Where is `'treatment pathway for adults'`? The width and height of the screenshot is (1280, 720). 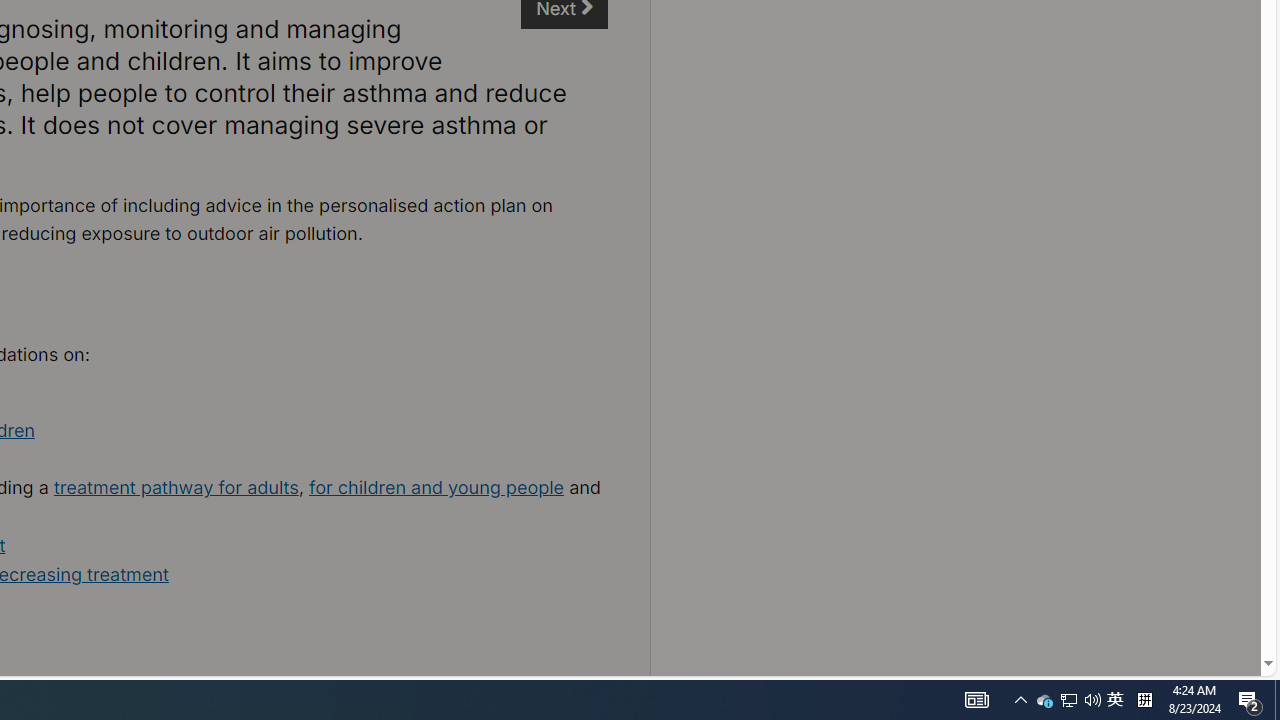 'treatment pathway for adults' is located at coordinates (176, 487).